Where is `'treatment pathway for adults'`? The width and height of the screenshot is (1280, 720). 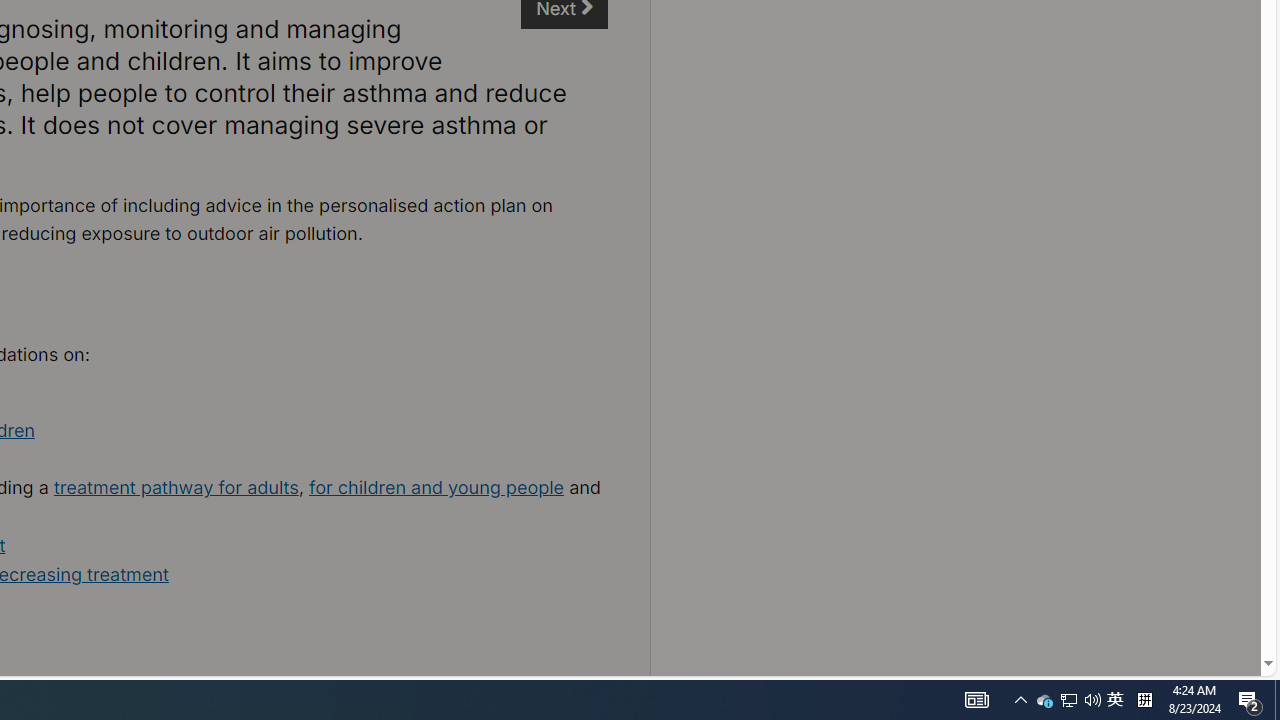 'treatment pathway for adults' is located at coordinates (176, 487).